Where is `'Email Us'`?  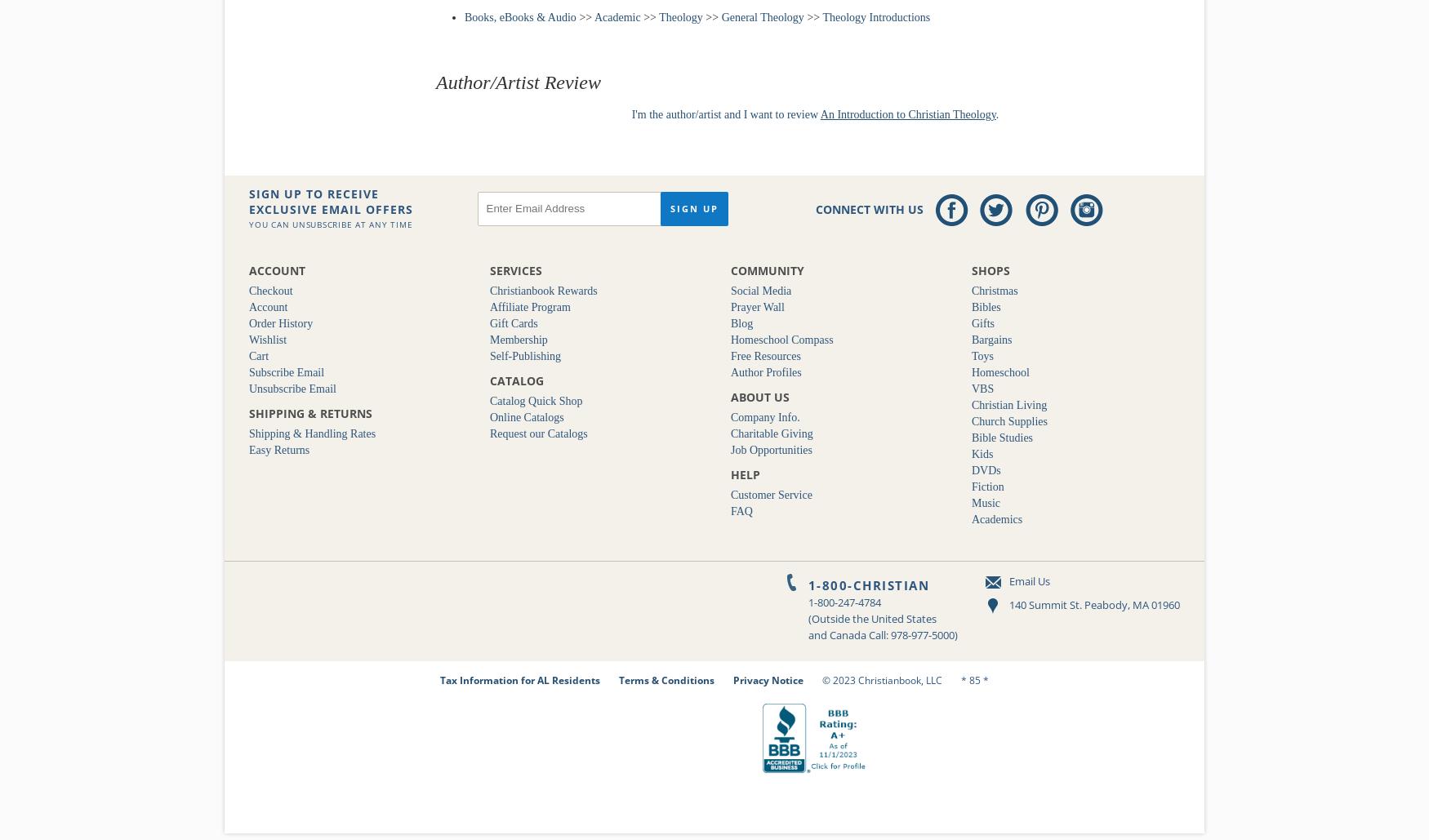
'Email Us' is located at coordinates (1029, 580).